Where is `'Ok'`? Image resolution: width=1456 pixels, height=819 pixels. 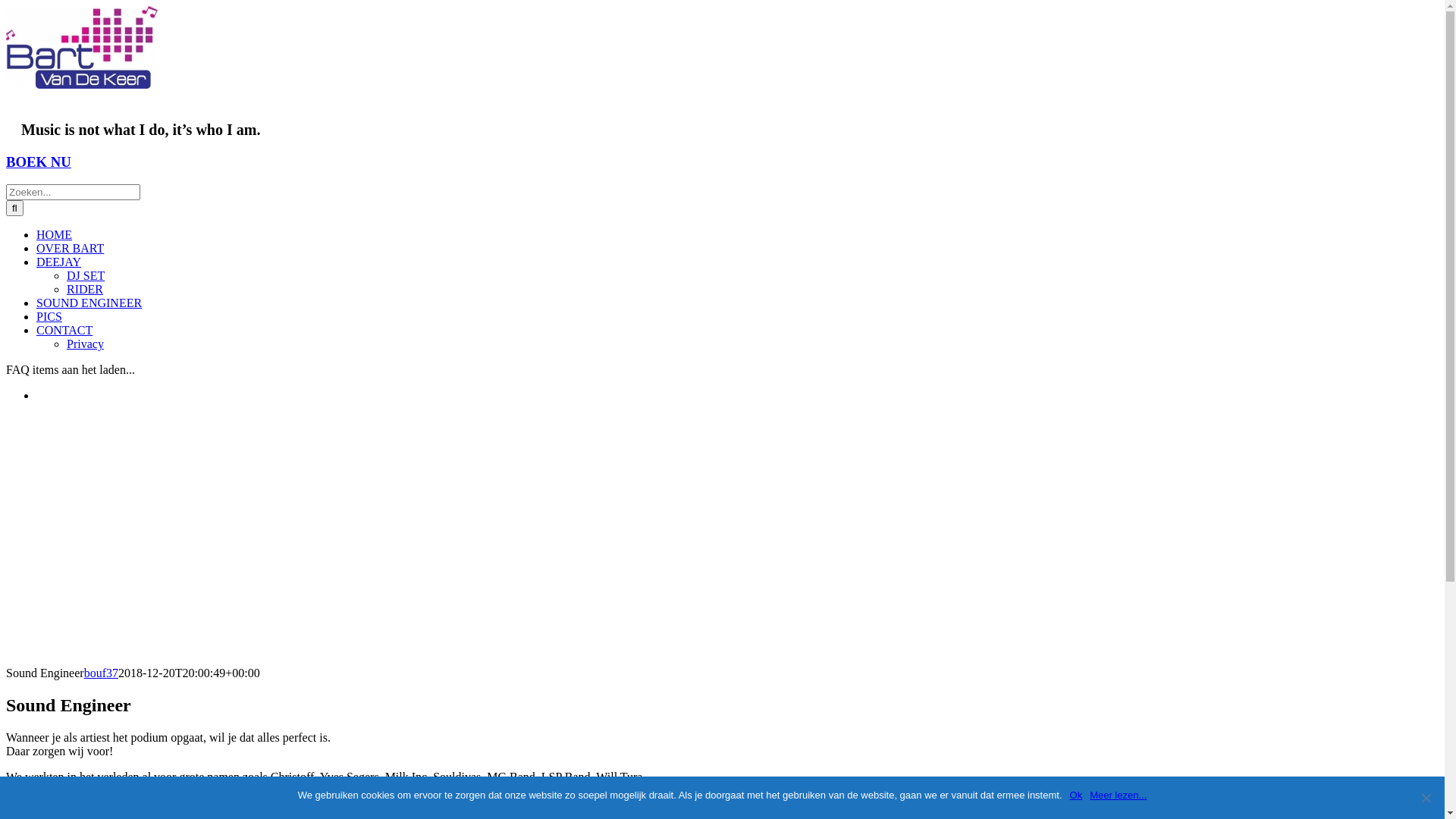
'Ok' is located at coordinates (1069, 795).